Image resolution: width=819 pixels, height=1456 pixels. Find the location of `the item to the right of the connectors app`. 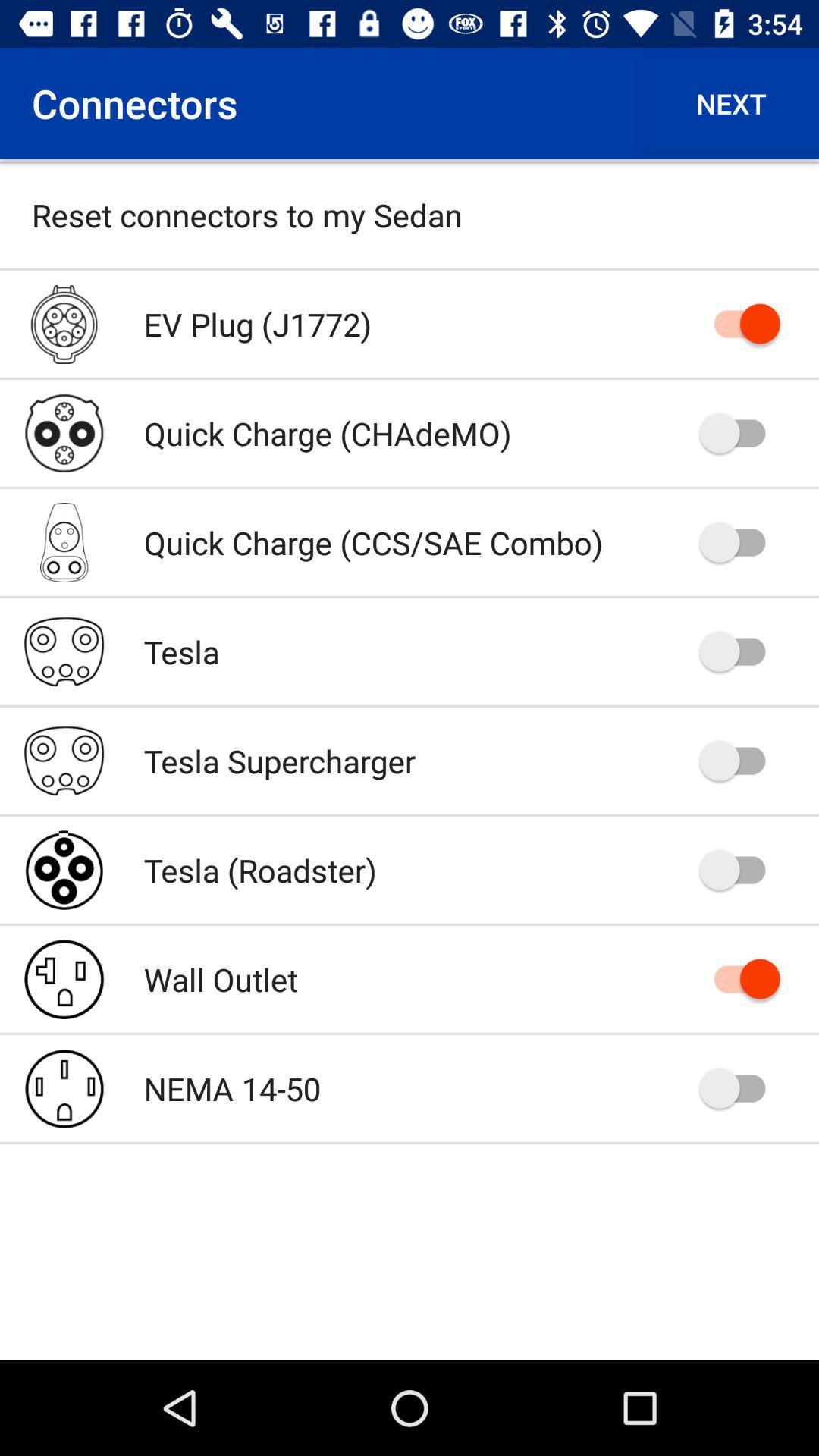

the item to the right of the connectors app is located at coordinates (730, 102).